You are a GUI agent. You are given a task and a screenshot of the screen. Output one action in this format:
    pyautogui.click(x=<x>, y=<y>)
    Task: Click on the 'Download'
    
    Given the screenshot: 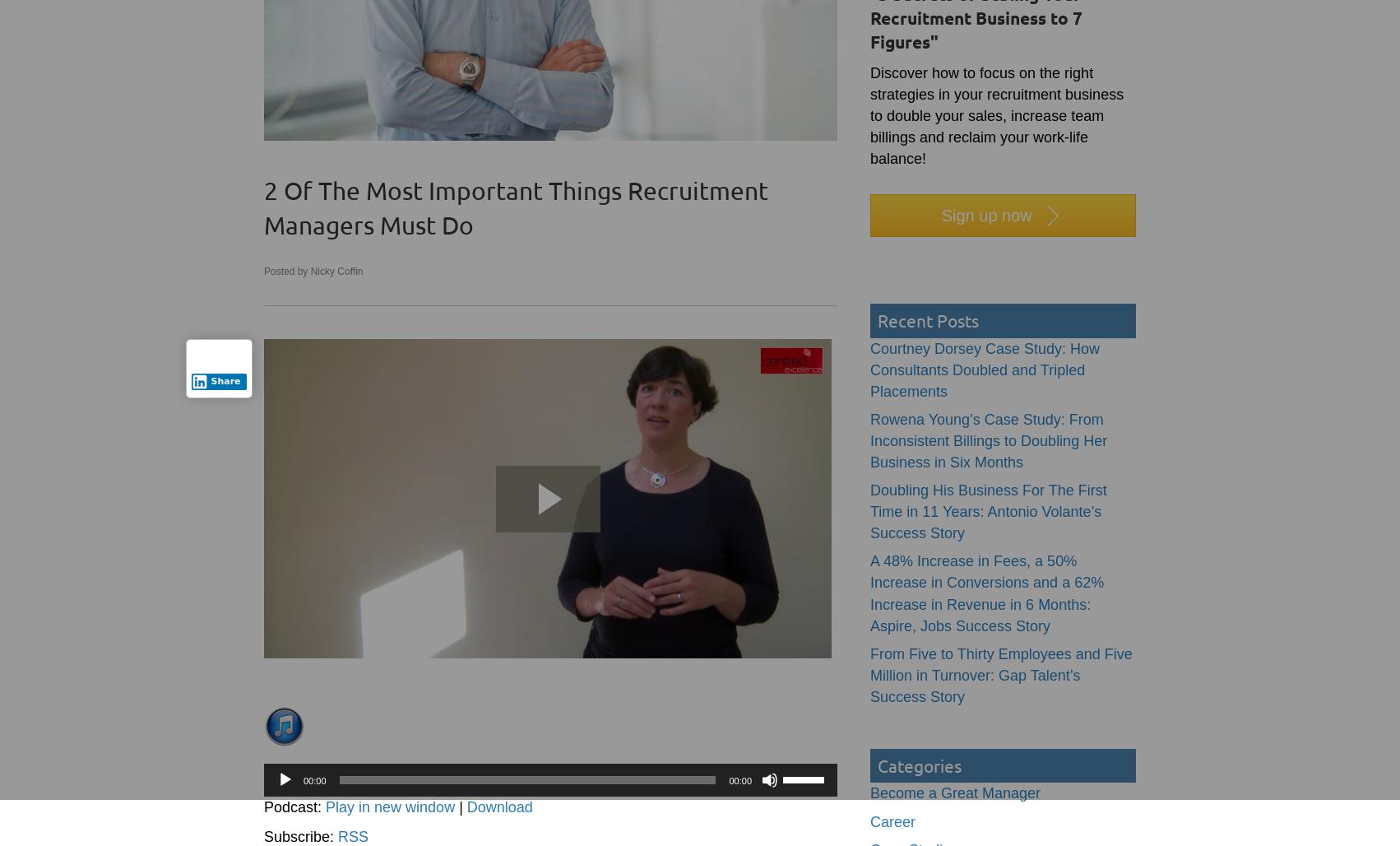 What is the action you would take?
    pyautogui.click(x=498, y=806)
    